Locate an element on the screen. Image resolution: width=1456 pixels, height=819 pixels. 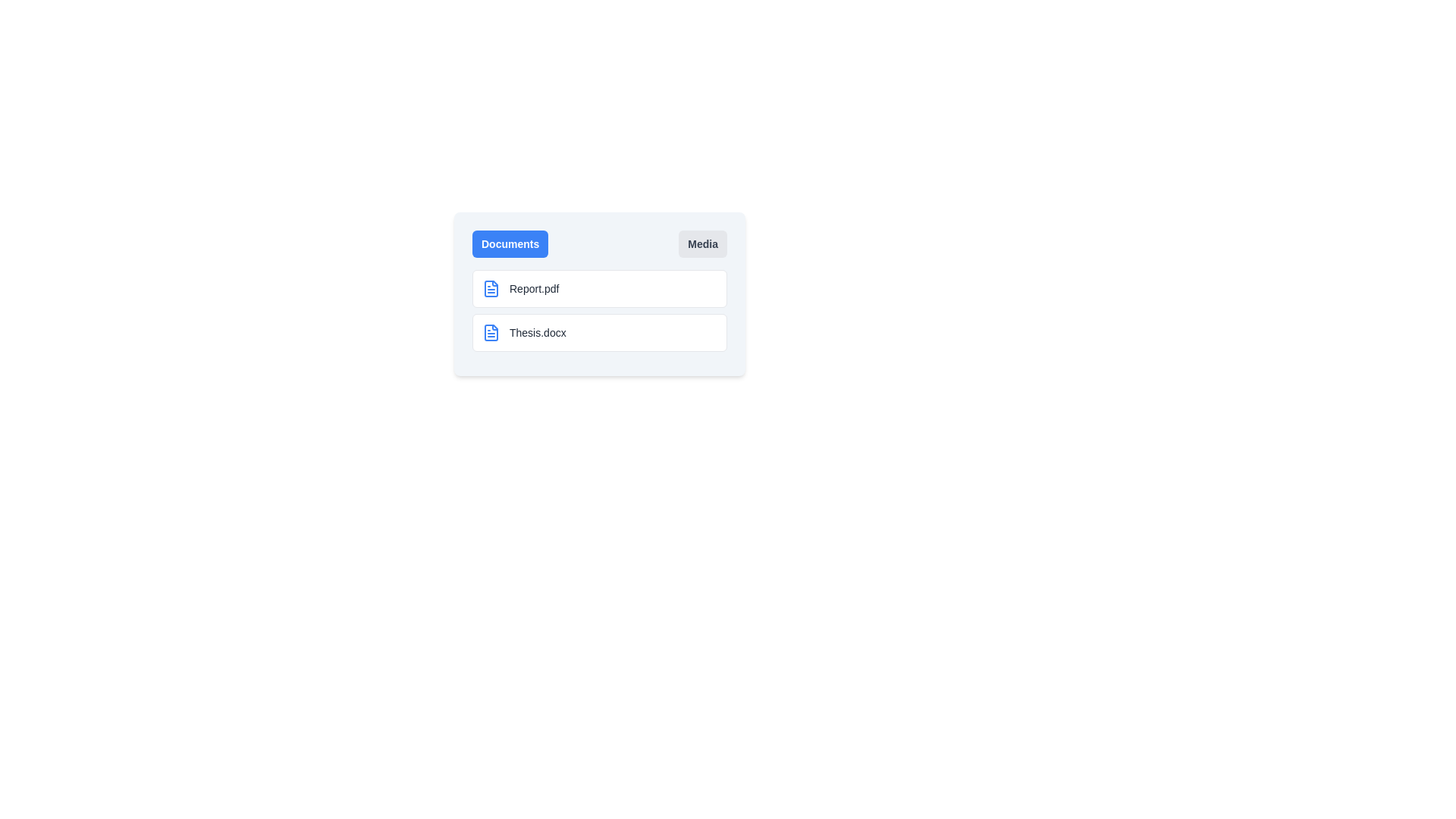
the text label displaying 'Thesis.docx', which is styled with a medium font weight and dark gray color, positioned to the right of a document icon is located at coordinates (538, 332).